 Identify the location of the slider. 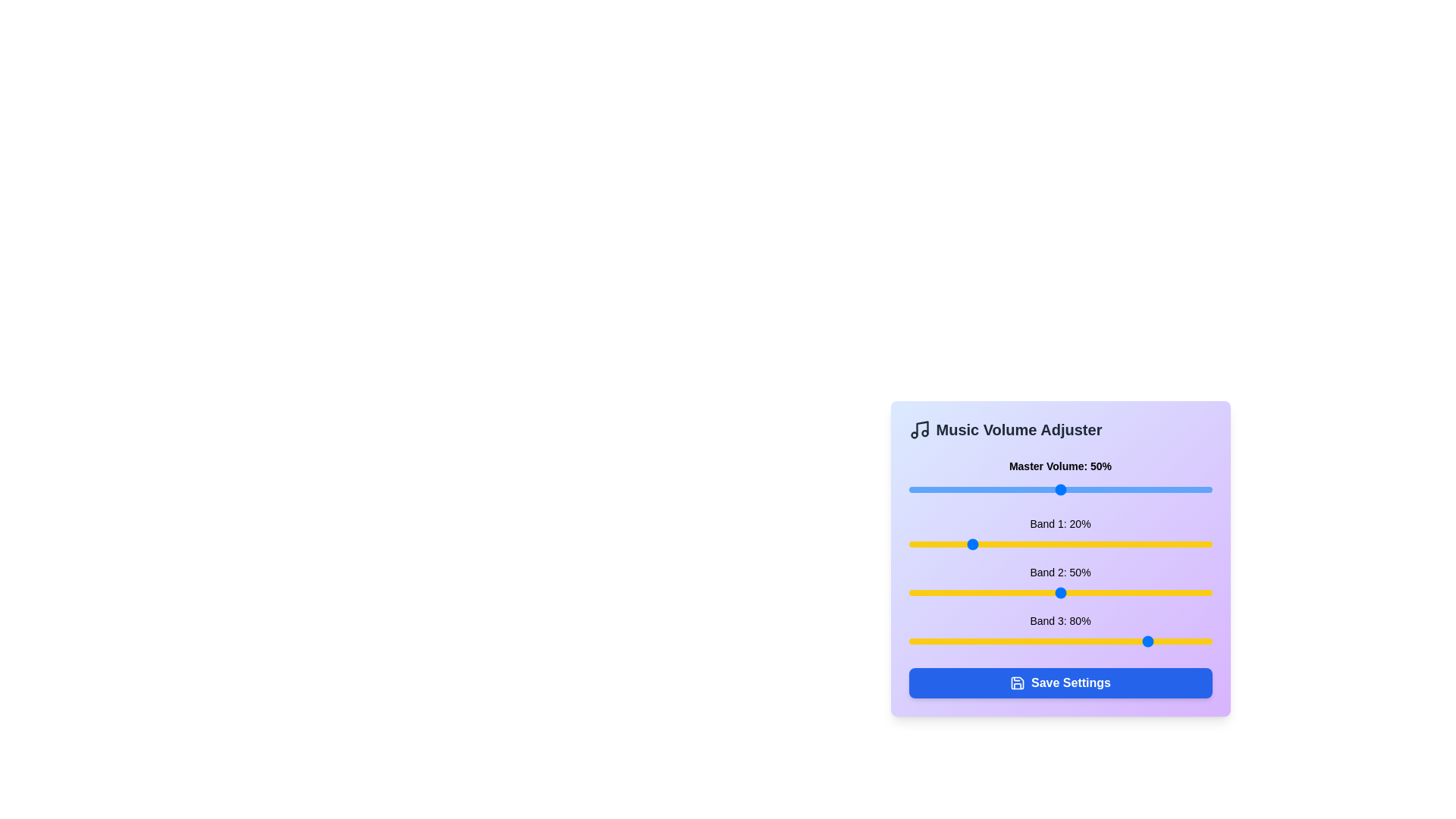
(932, 489).